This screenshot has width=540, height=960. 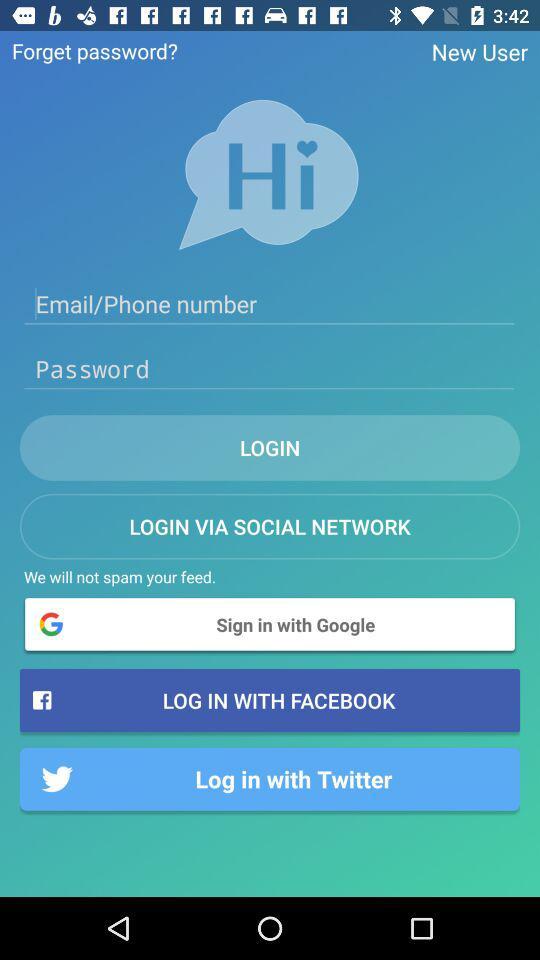 I want to click on enter password box, so click(x=270, y=368).